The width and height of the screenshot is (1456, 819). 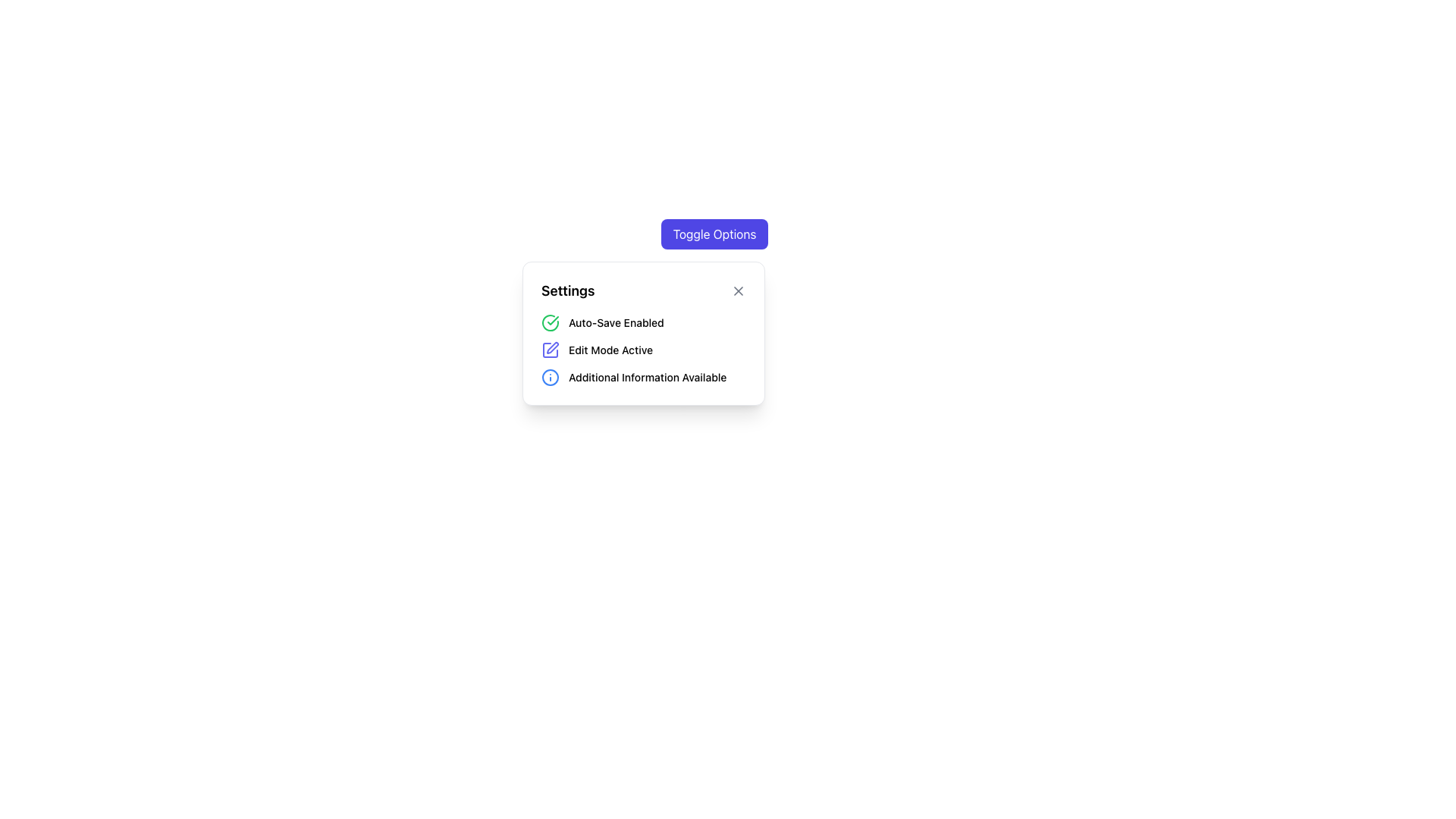 What do you see at coordinates (648, 376) in the screenshot?
I see `the text label that reads 'Additional Information Available', which is styled in medium-sized black font and positioned next to a blue information icon in the white settings panel` at bounding box center [648, 376].